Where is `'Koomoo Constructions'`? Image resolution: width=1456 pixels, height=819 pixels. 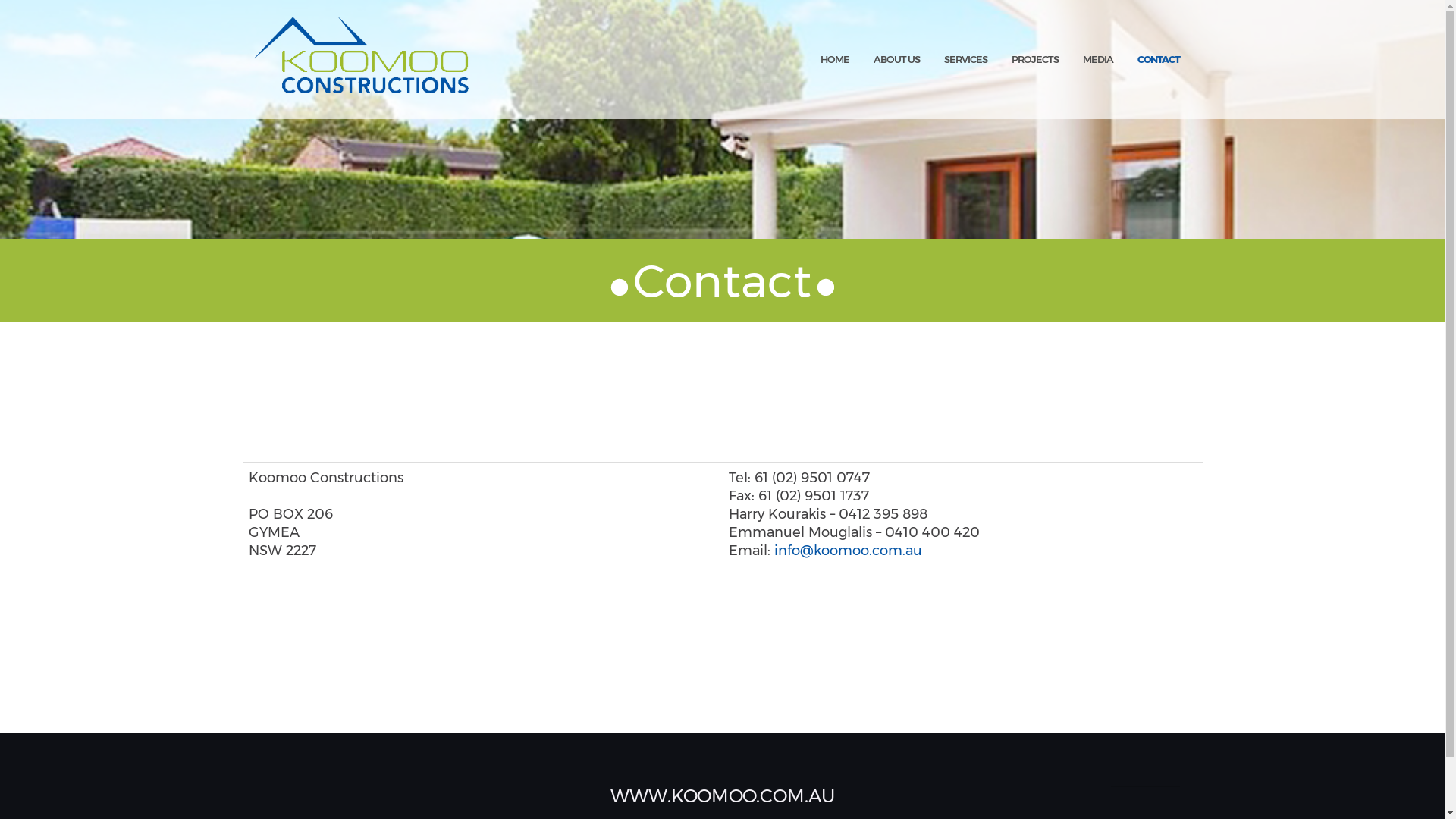
'Koomoo Constructions' is located at coordinates (359, 58).